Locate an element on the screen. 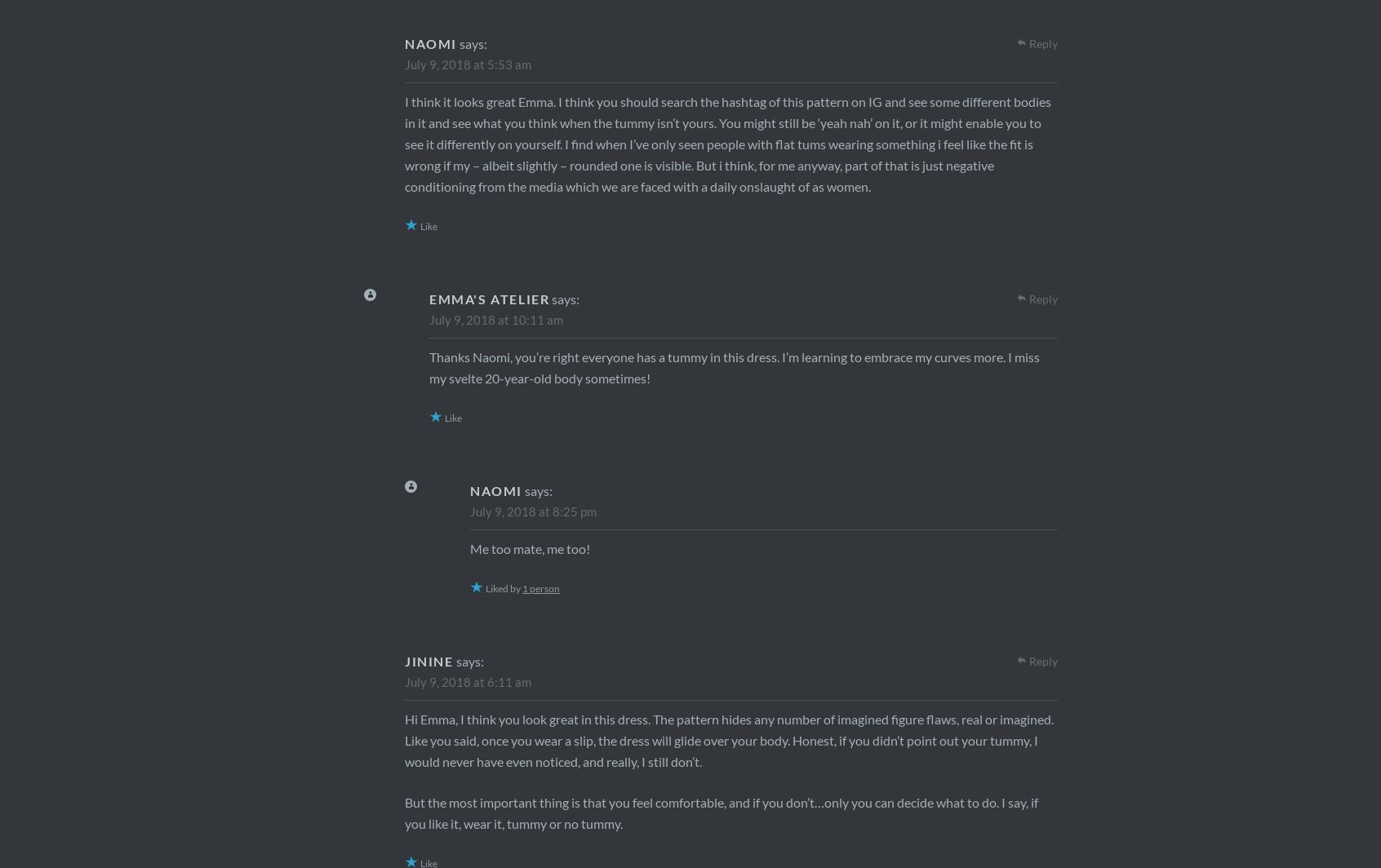 This screenshot has width=1381, height=868. 'Jinine' is located at coordinates (429, 661).